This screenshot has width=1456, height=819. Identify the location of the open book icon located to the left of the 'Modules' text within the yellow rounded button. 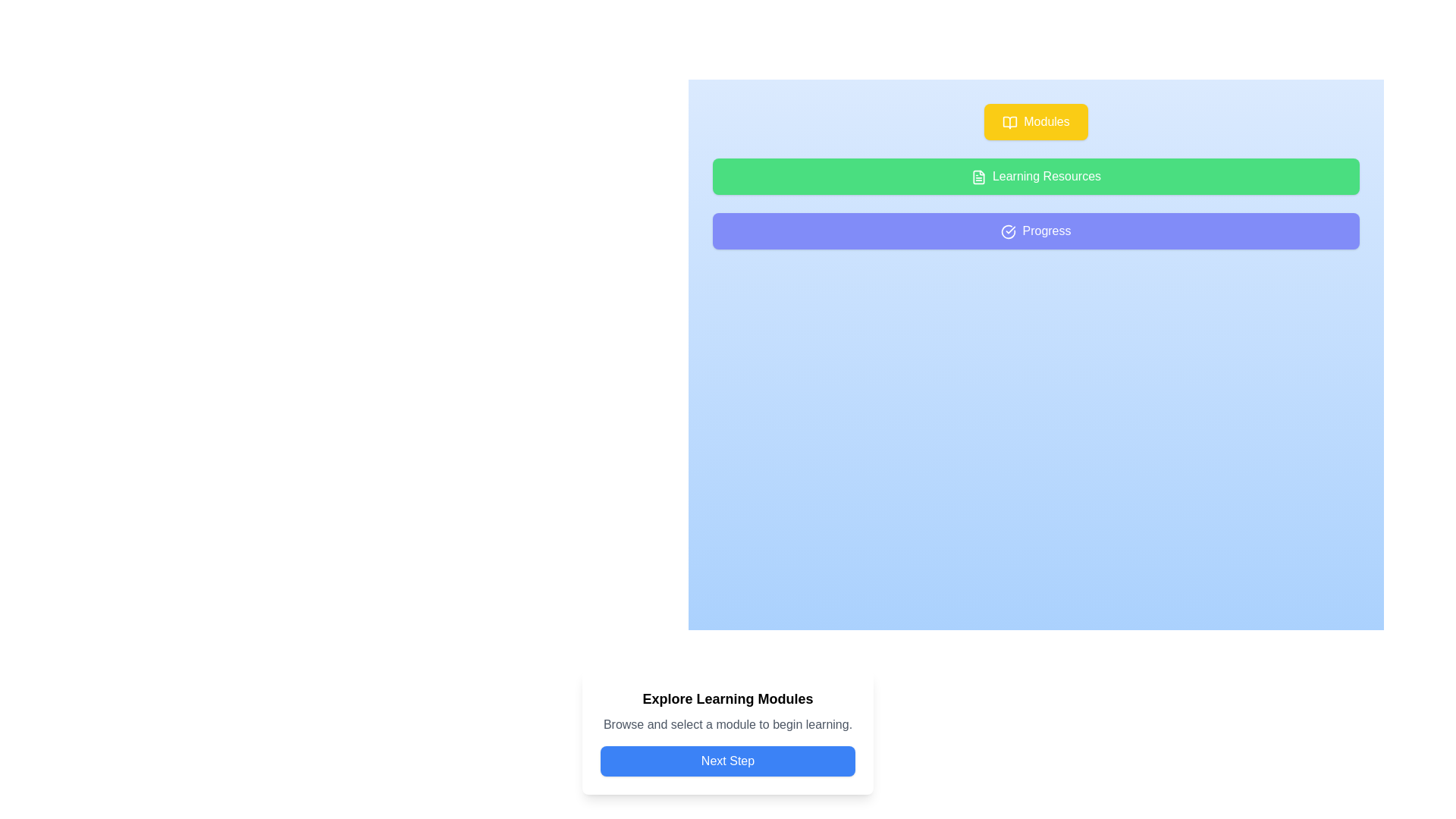
(1010, 121).